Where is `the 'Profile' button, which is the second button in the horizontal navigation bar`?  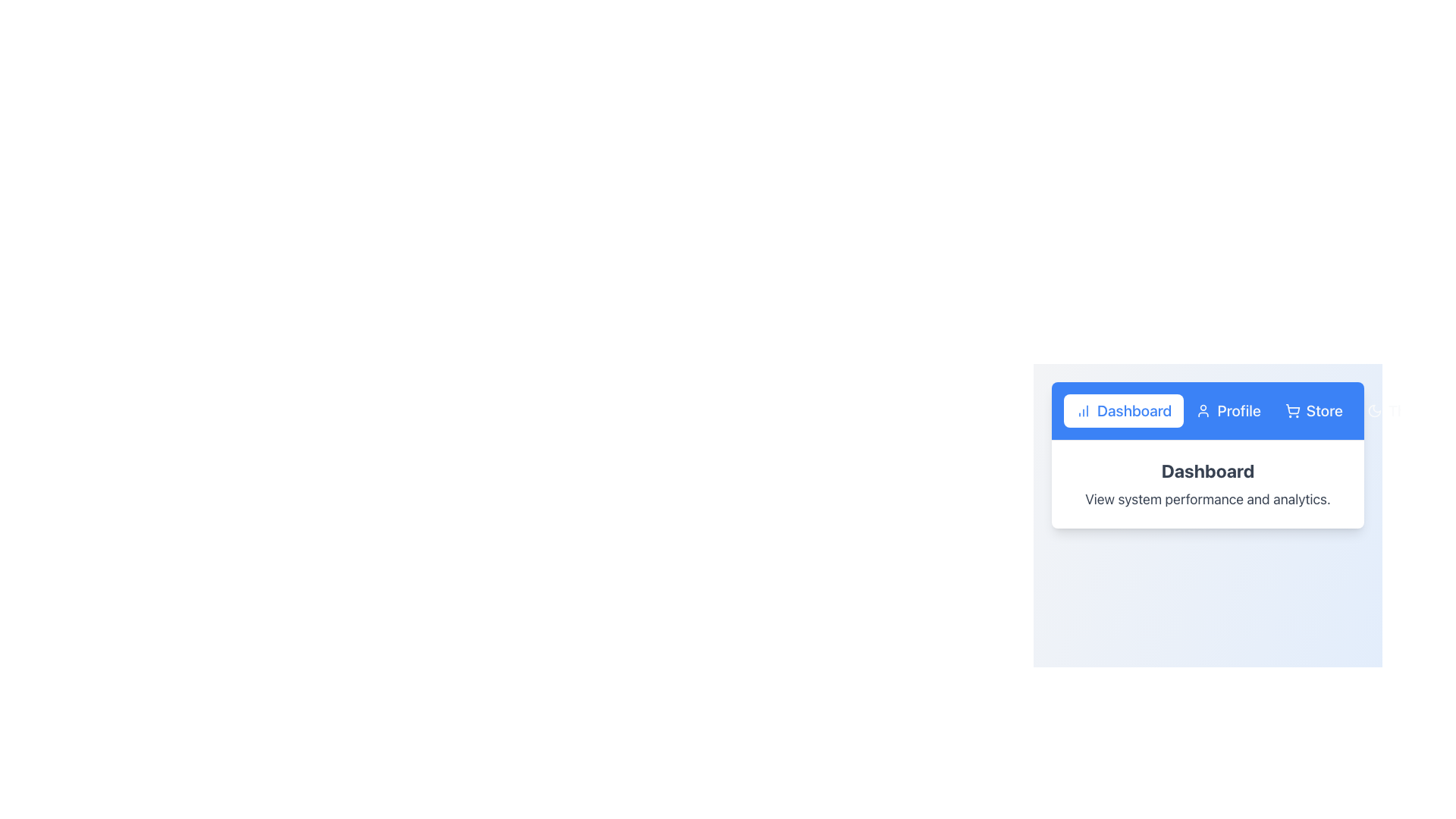
the 'Profile' button, which is the second button in the horizontal navigation bar is located at coordinates (1228, 411).